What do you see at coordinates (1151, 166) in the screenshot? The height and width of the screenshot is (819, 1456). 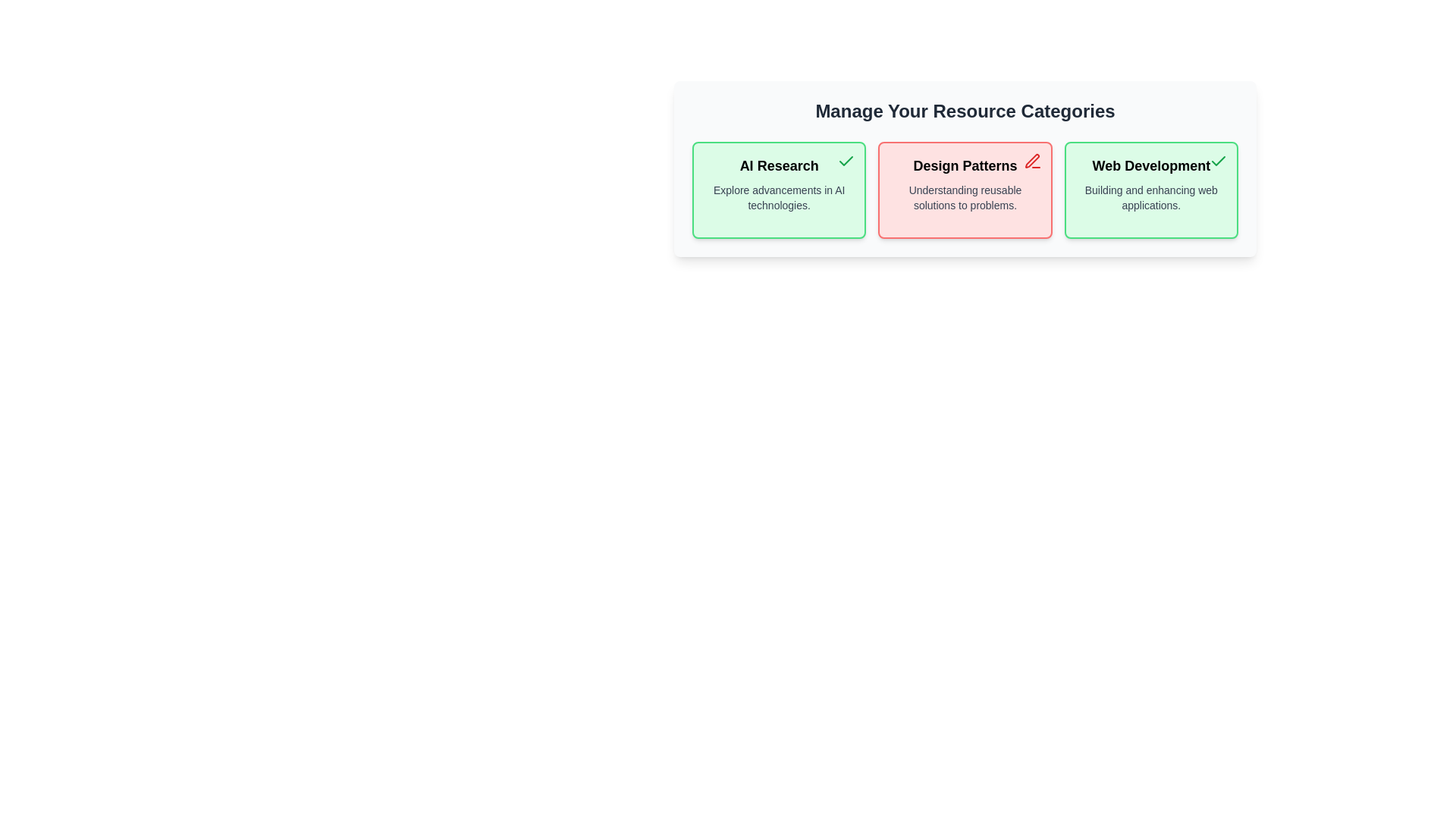 I see `the text of the category name or description for Web Development` at bounding box center [1151, 166].